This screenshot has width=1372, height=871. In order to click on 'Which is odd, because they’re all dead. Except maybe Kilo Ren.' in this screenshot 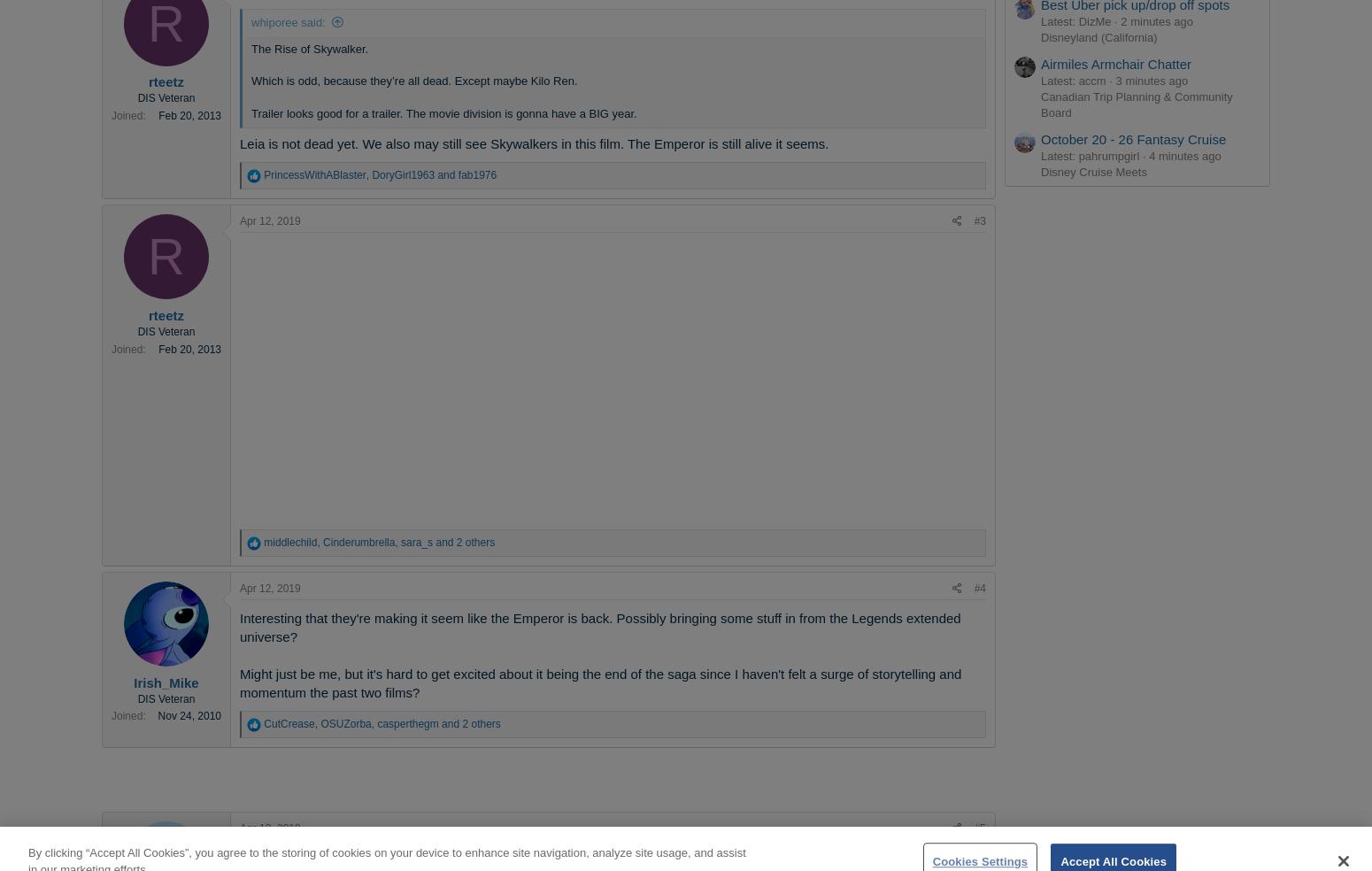, I will do `click(412, 80)`.